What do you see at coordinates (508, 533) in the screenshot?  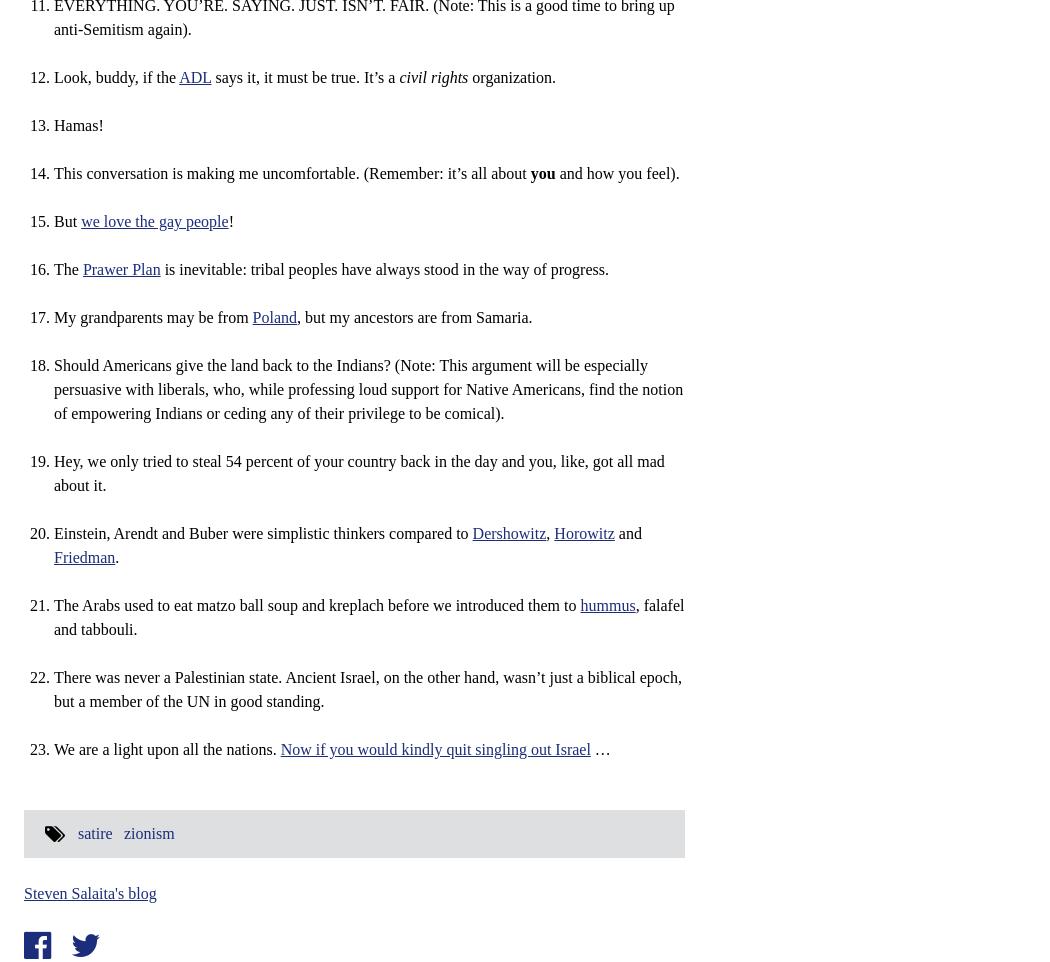 I see `'Dershowitz'` at bounding box center [508, 533].